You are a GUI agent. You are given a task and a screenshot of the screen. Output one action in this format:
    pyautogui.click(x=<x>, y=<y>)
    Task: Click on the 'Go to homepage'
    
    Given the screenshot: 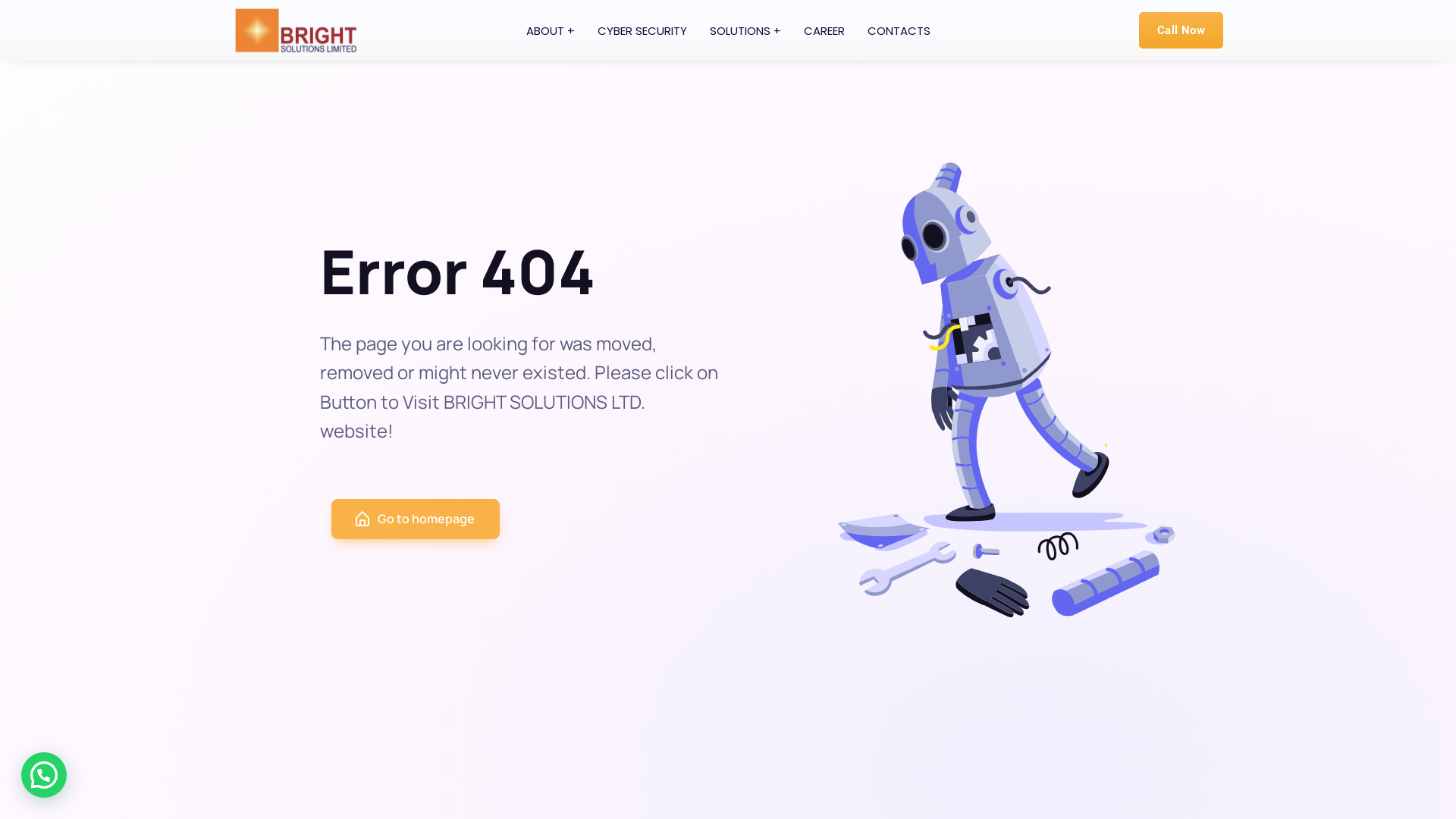 What is the action you would take?
    pyautogui.click(x=415, y=518)
    